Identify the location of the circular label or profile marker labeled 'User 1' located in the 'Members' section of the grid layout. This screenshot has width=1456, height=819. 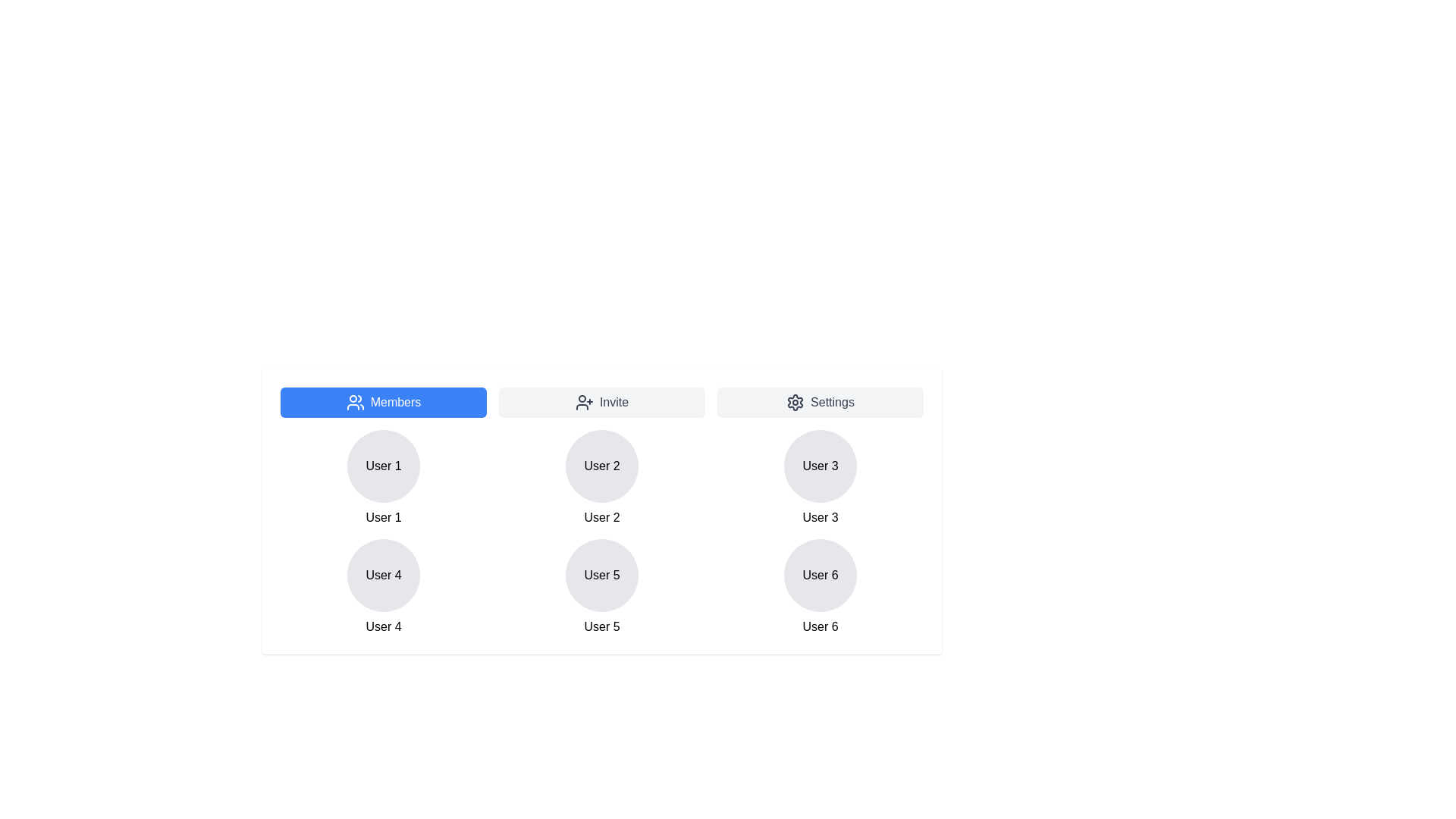
(383, 465).